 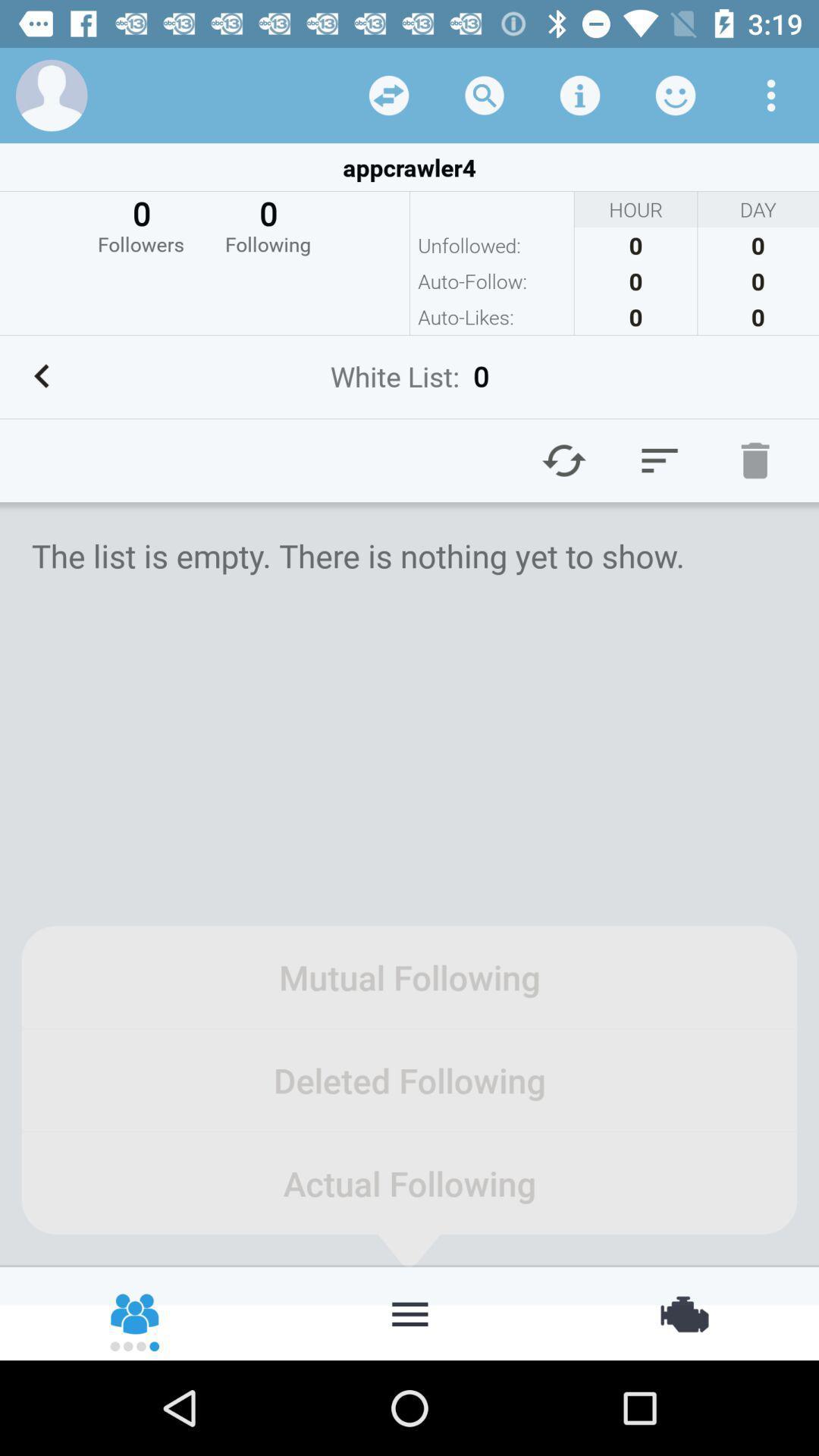 I want to click on the delete icon on the right center of the page, so click(x=755, y=459).